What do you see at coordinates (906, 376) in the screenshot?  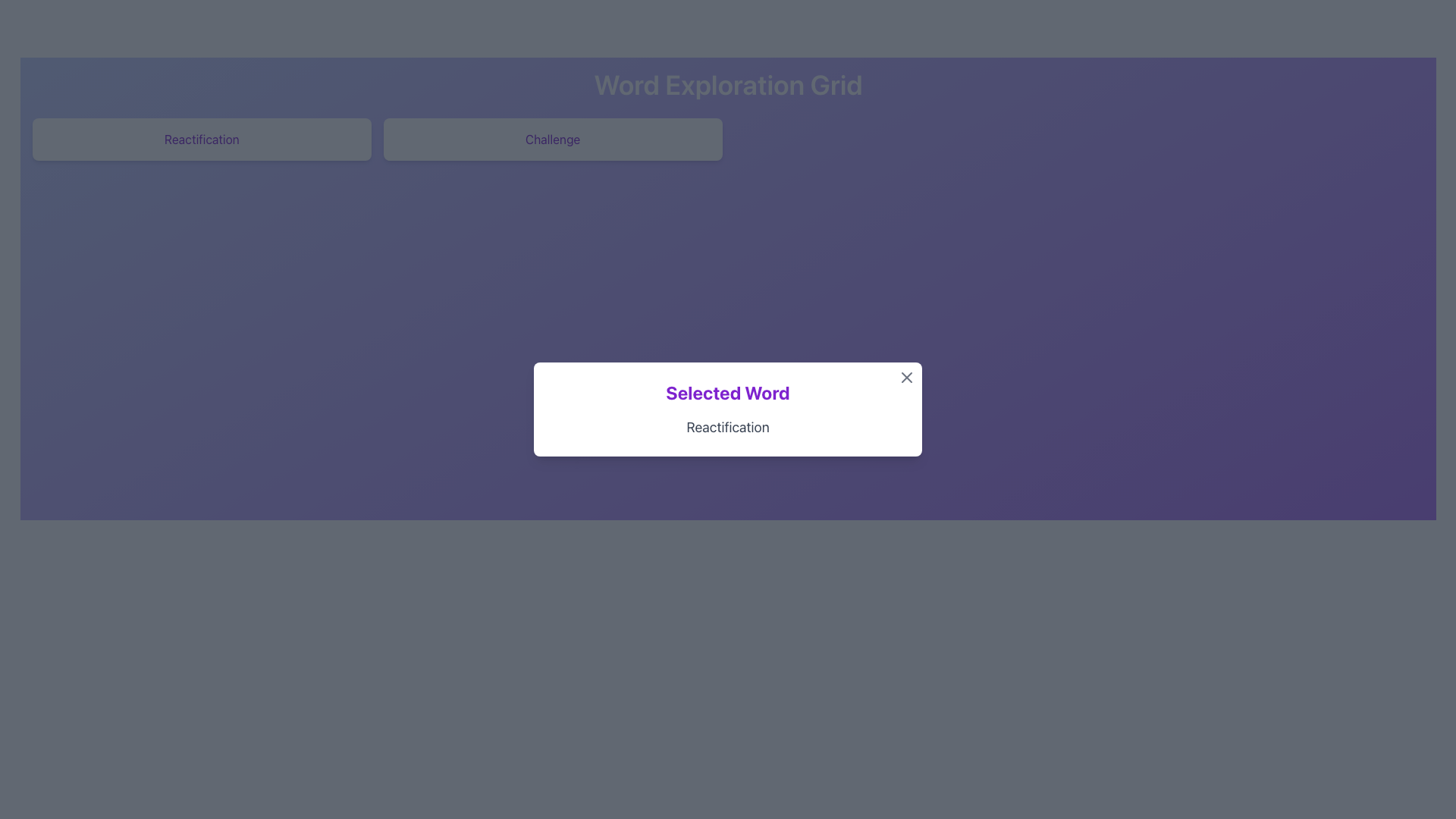 I see `the close ('X') icon located in the top-right corner of the 'Selected Word' popup dialog` at bounding box center [906, 376].